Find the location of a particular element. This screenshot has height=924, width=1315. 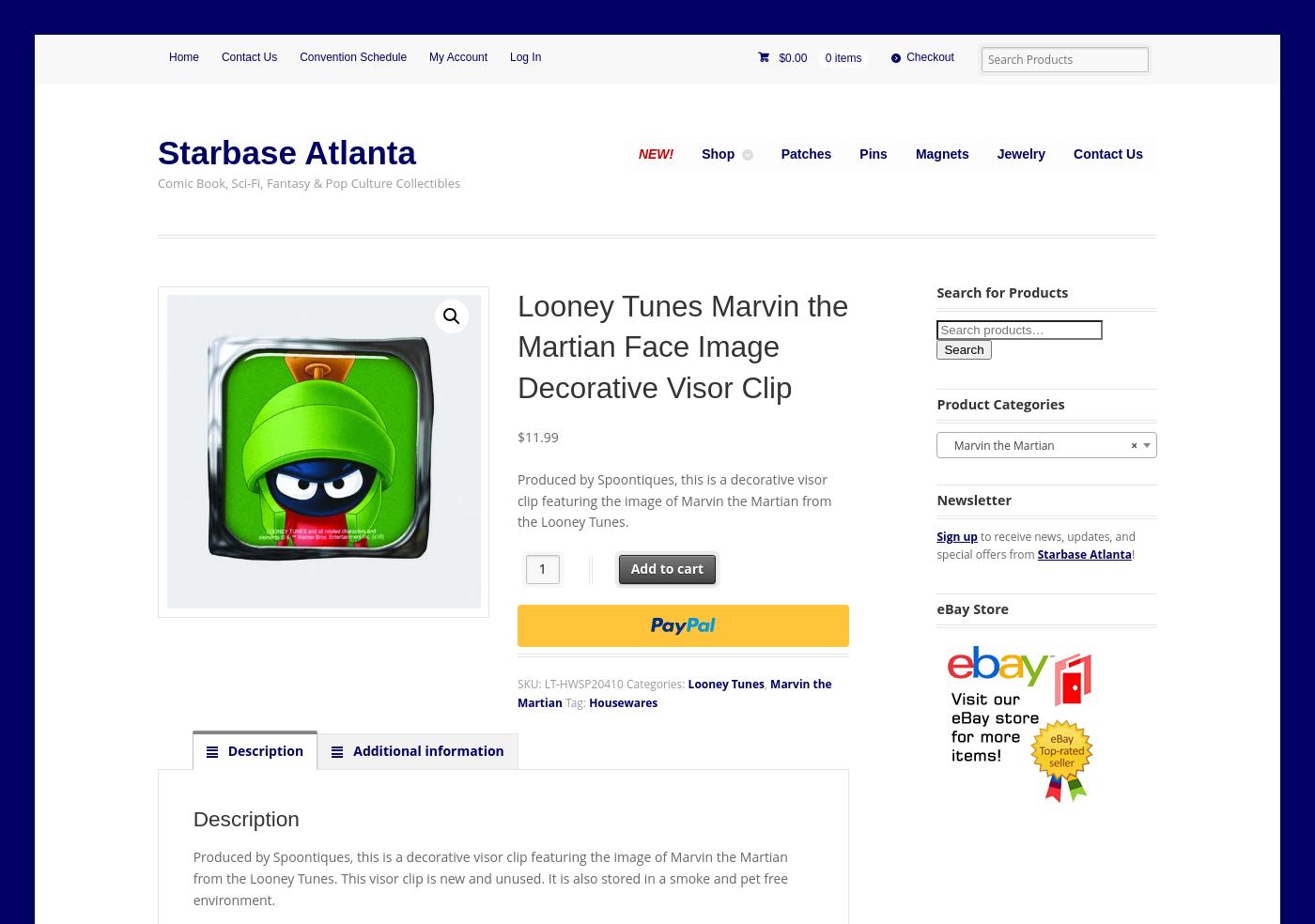

'eBay Store' is located at coordinates (936, 608).